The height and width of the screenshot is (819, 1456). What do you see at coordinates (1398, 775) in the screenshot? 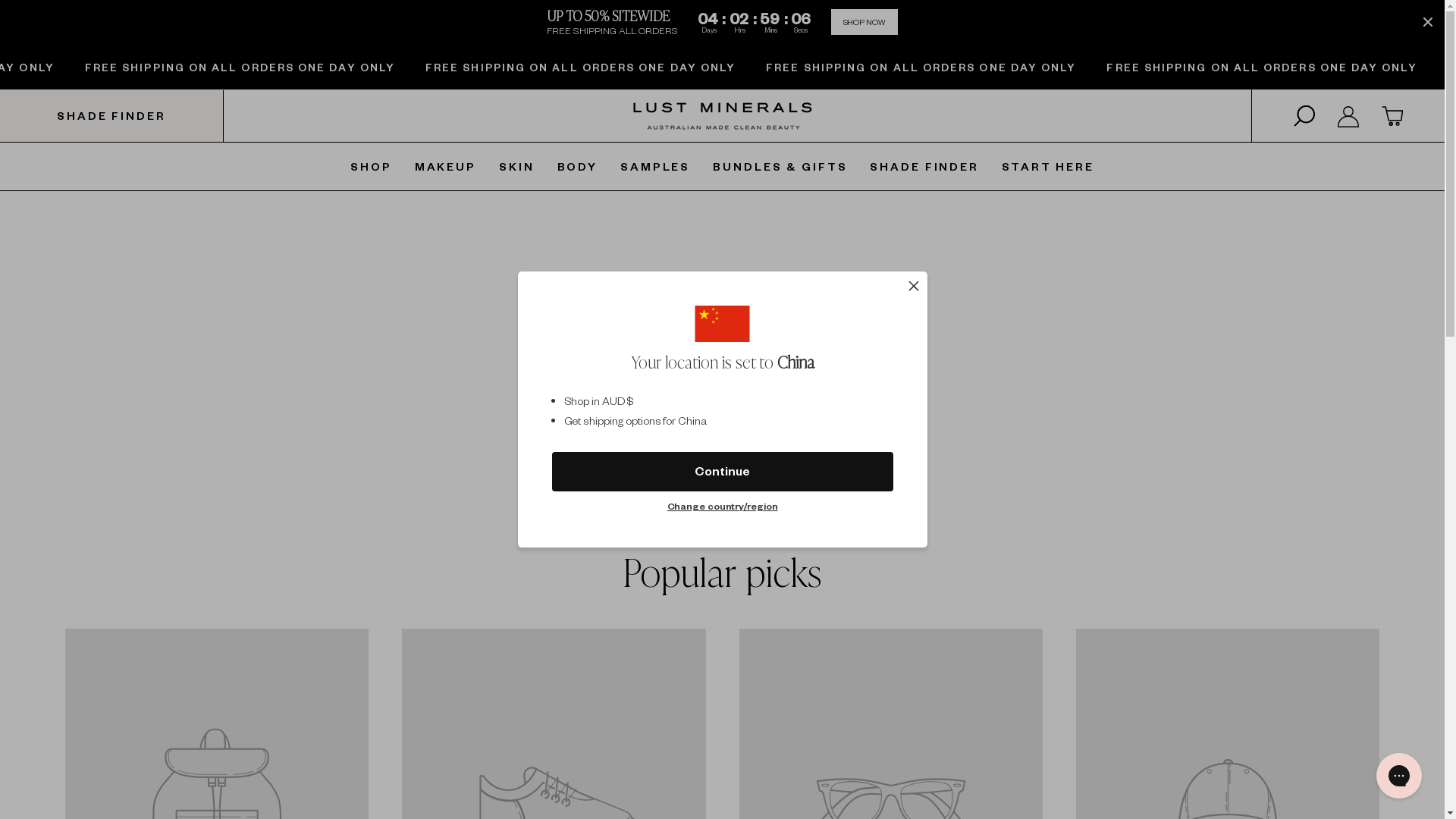
I see `'Gorgias live chat messenger'` at bounding box center [1398, 775].